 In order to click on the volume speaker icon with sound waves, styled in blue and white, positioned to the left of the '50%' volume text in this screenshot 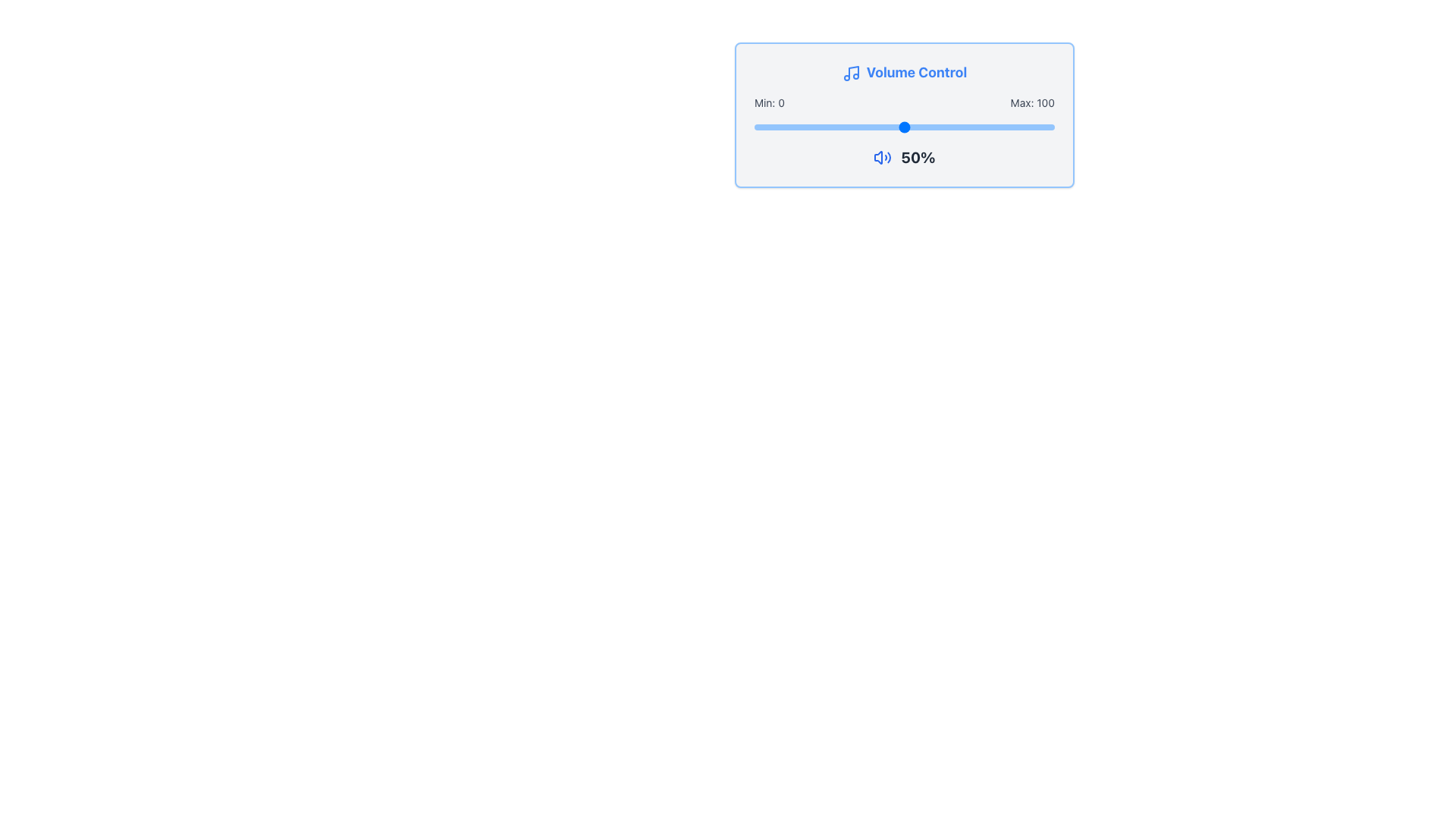, I will do `click(883, 158)`.